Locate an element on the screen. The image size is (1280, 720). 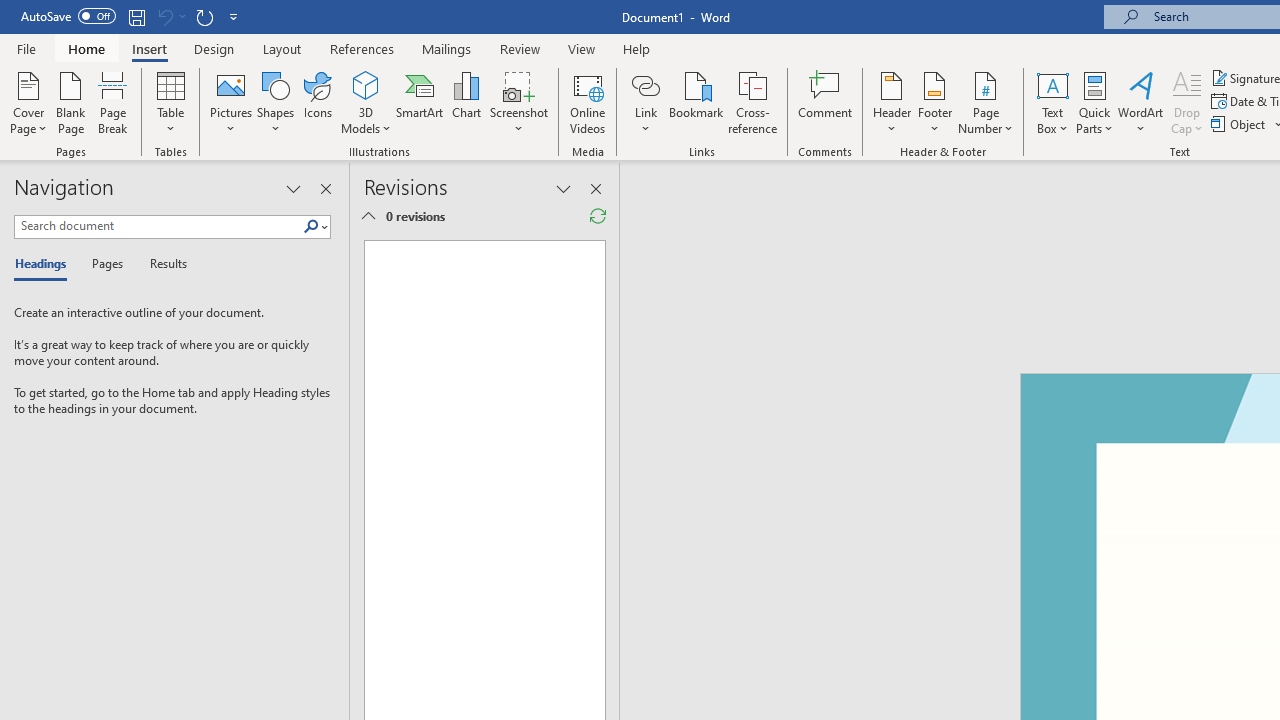
'3D Models' is located at coordinates (366, 84).